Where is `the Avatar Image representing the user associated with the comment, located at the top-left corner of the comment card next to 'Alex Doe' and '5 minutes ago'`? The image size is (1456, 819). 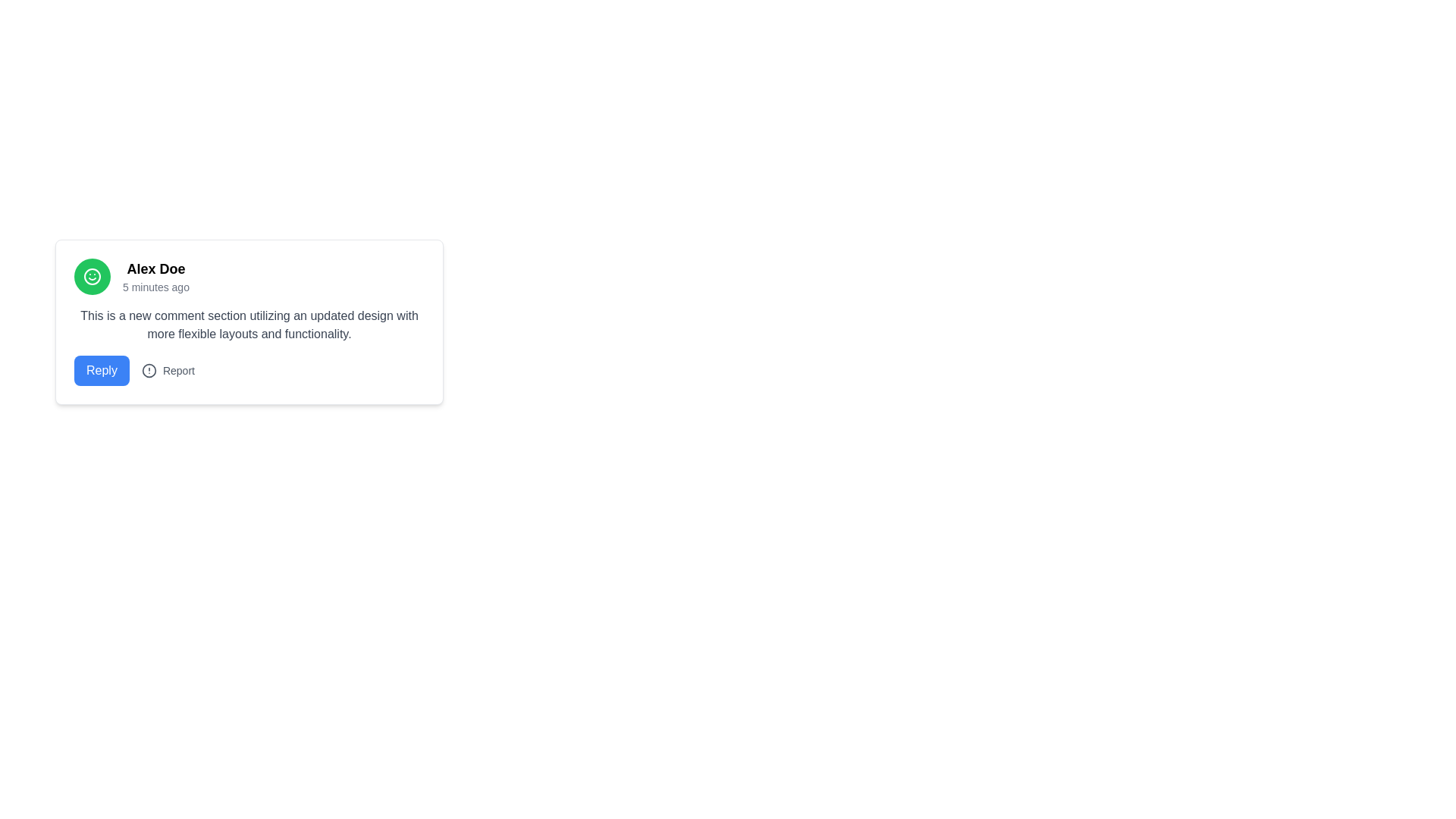 the Avatar Image representing the user associated with the comment, located at the top-left corner of the comment card next to 'Alex Doe' and '5 minutes ago' is located at coordinates (91, 277).